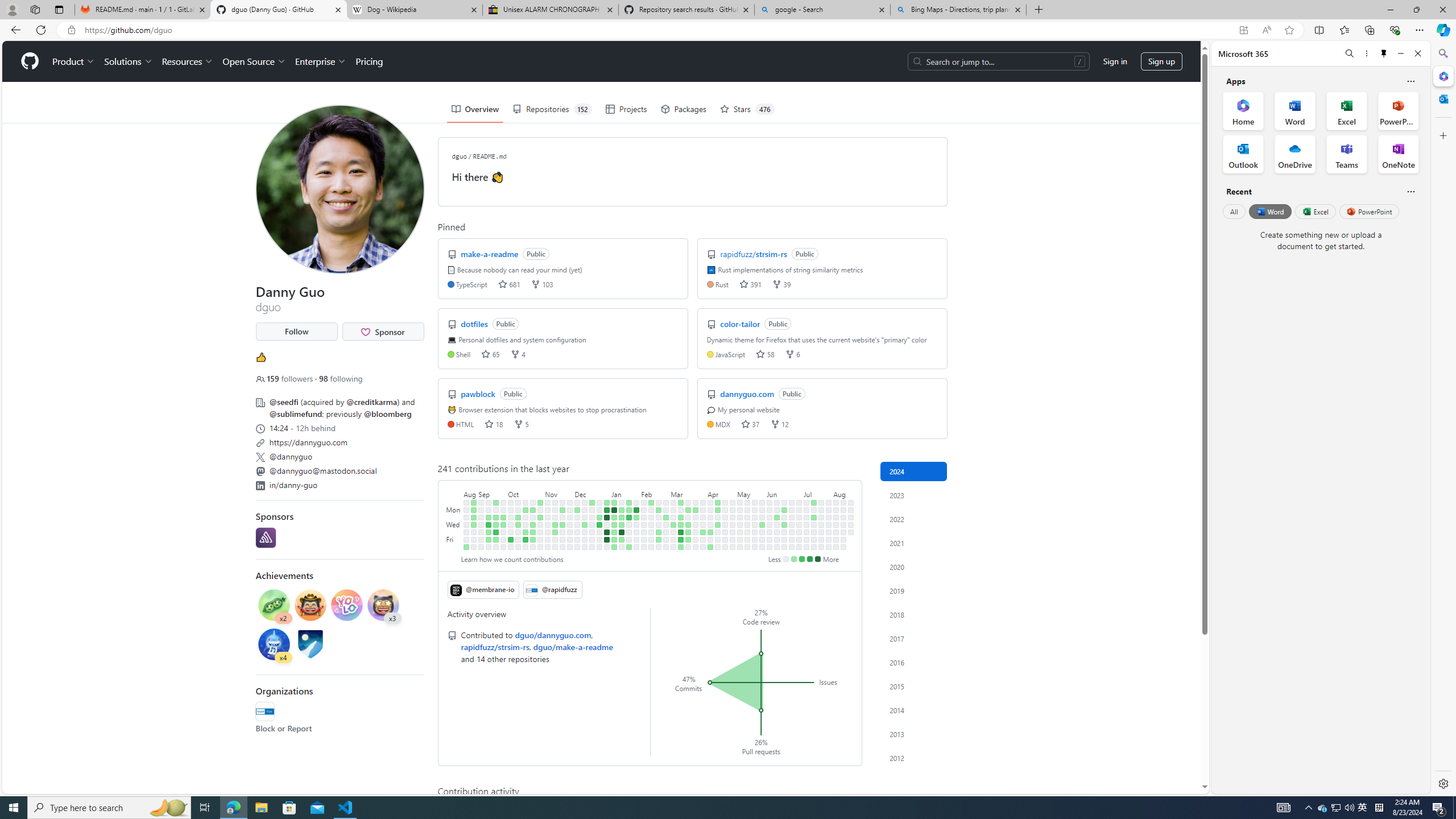 This screenshot has height=819, width=1456. I want to click on 'No contributions on April 30th.', so click(732, 516).